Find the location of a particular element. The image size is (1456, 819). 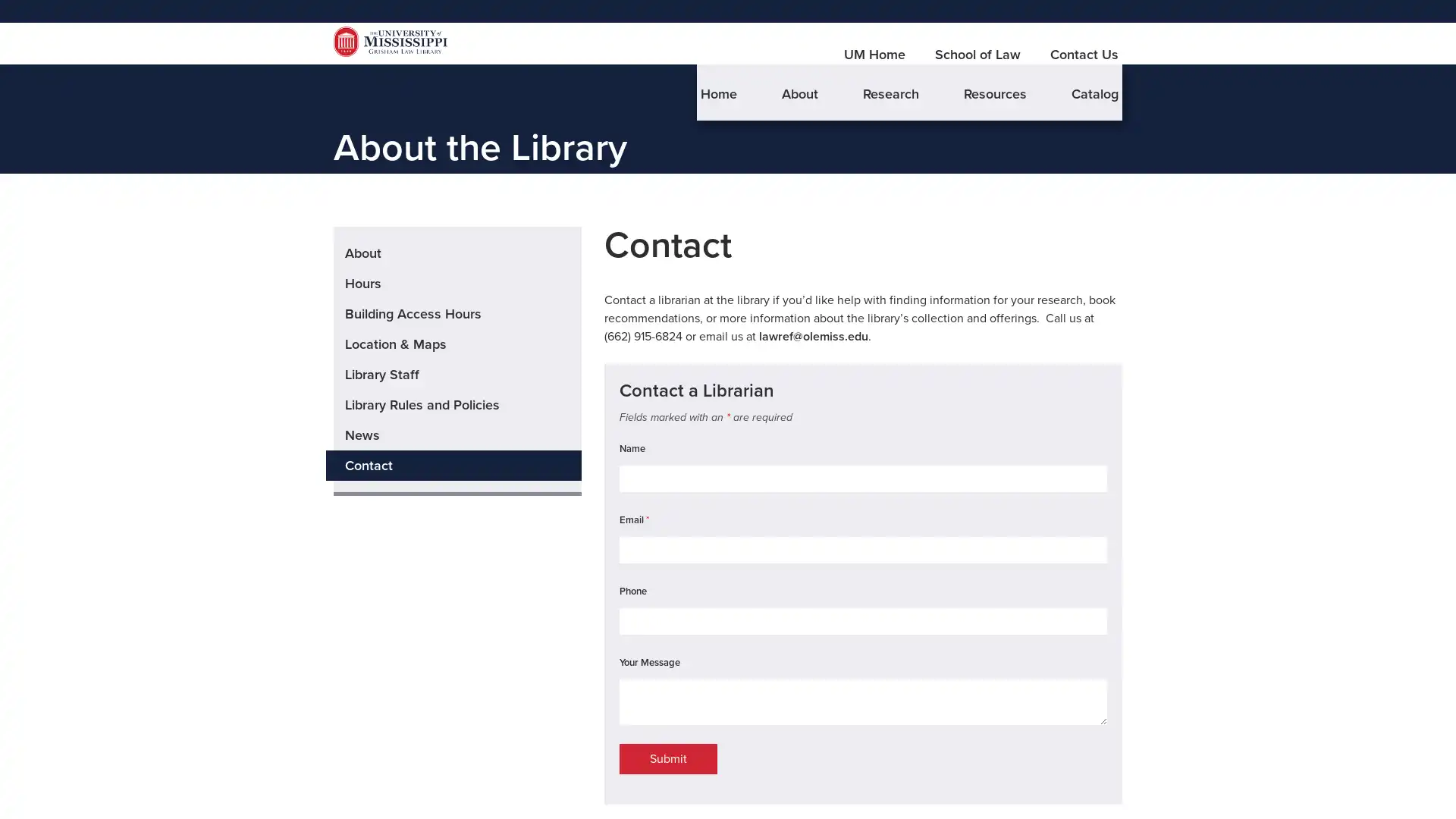

Submit is located at coordinates (667, 786).